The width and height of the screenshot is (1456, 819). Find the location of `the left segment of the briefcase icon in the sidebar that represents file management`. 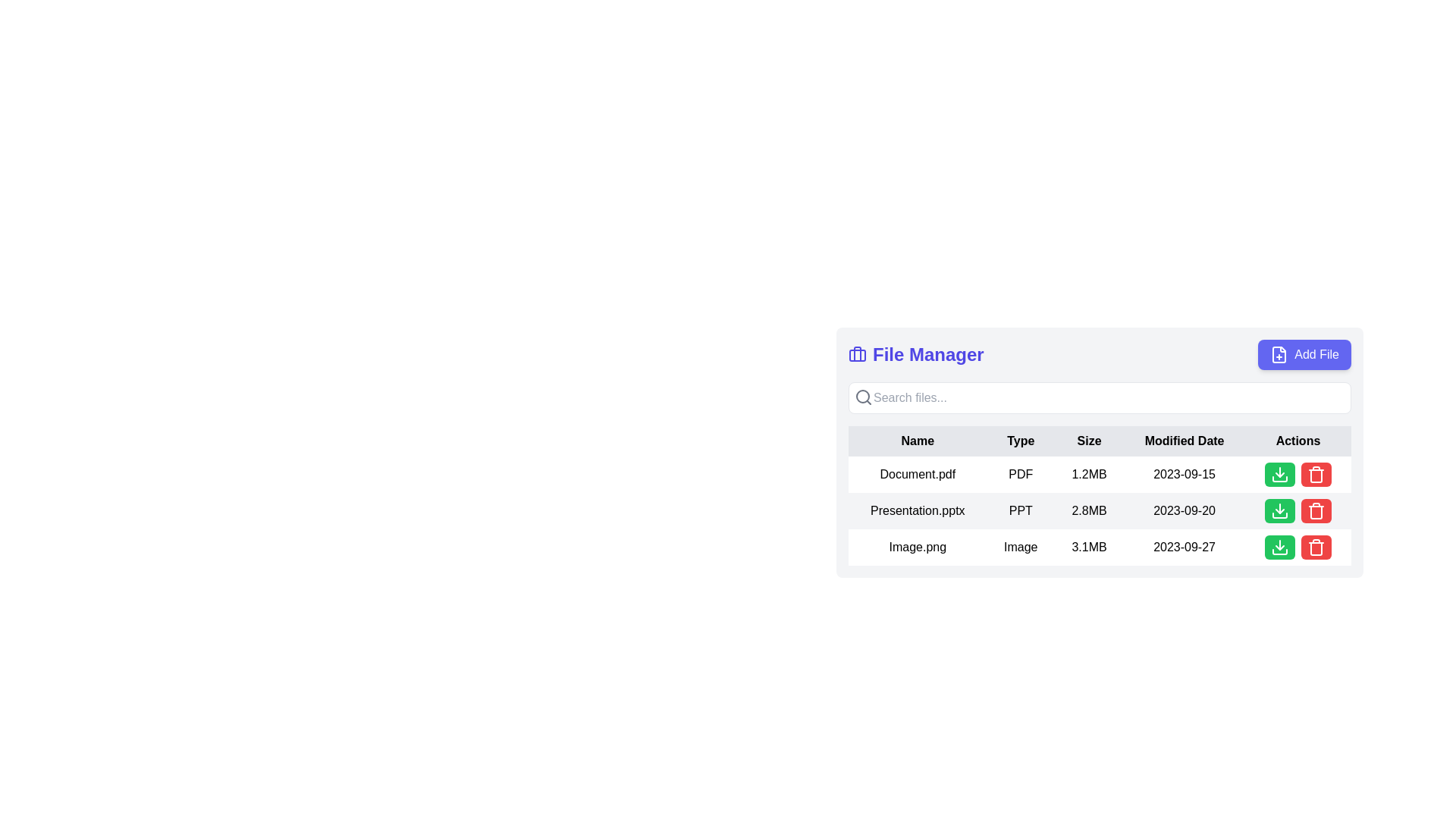

the left segment of the briefcase icon in the sidebar that represents file management is located at coordinates (858, 353).